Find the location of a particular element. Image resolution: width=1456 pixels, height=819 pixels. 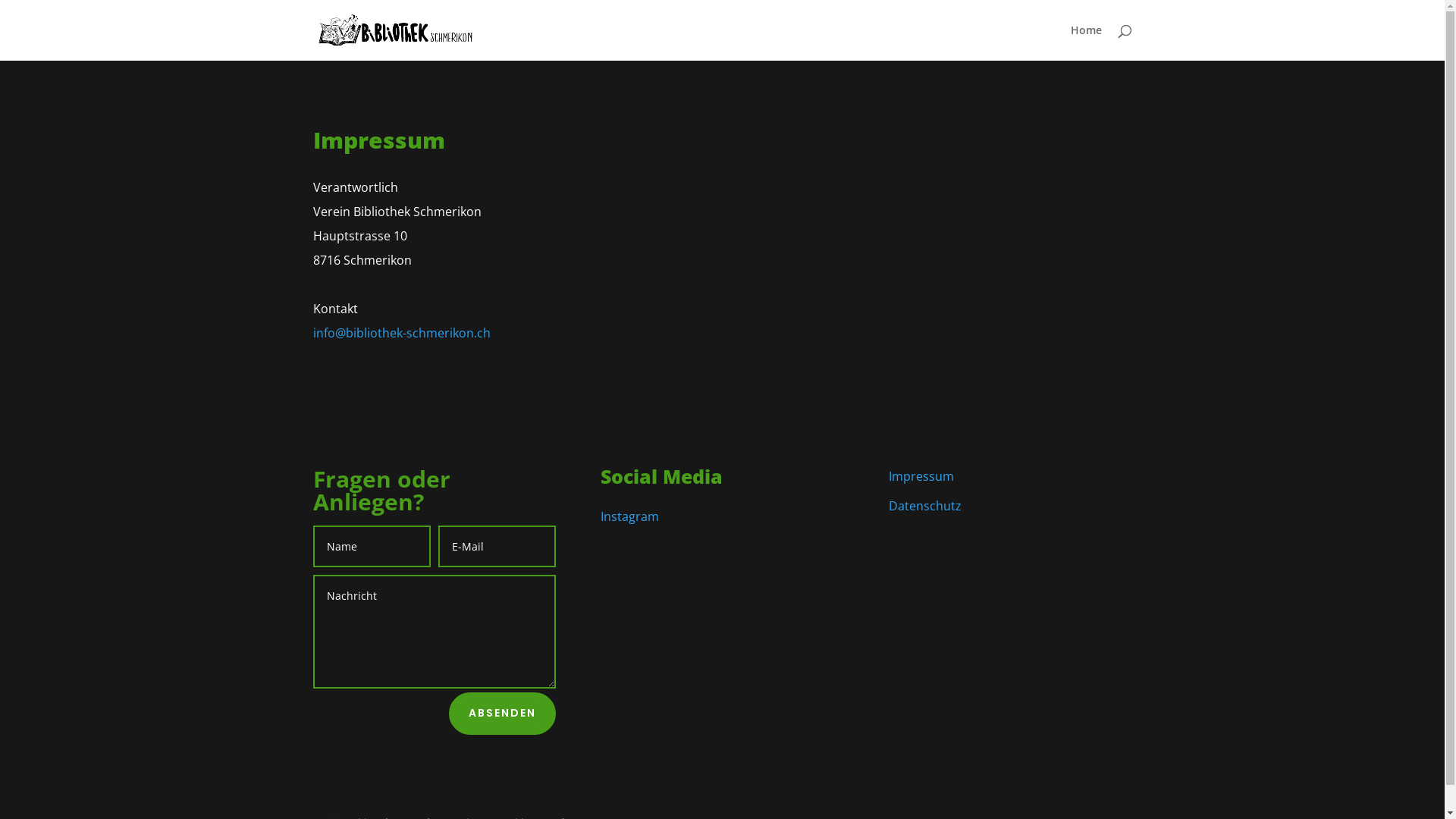

'info@bibliothek-schmerikon.ch' is located at coordinates (400, 332).